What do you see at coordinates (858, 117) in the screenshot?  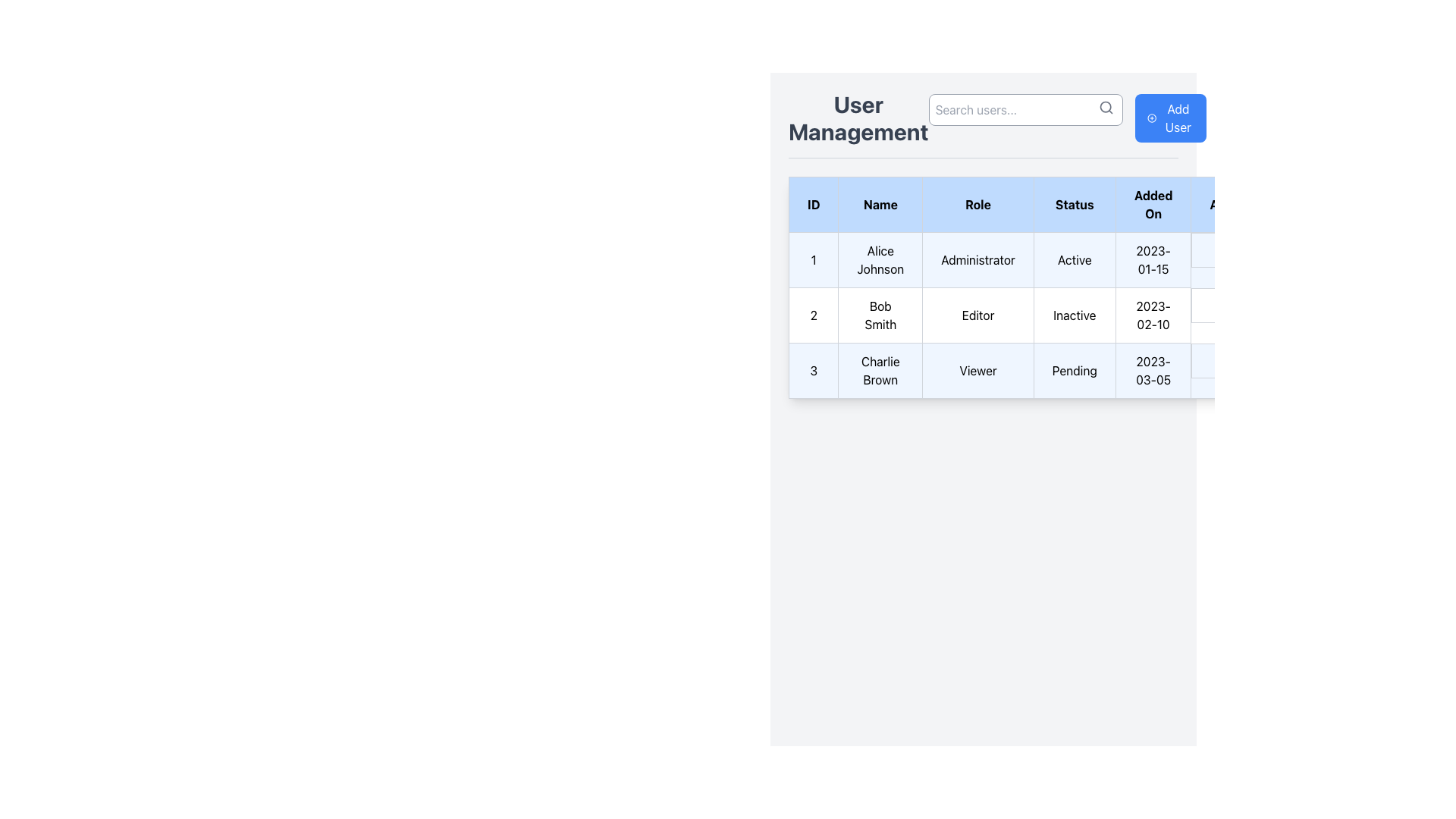 I see `the Text Header that serves as the title for the 'User Management' section, which is located in the upper-left corner of the header section above the main body of the interface` at bounding box center [858, 117].